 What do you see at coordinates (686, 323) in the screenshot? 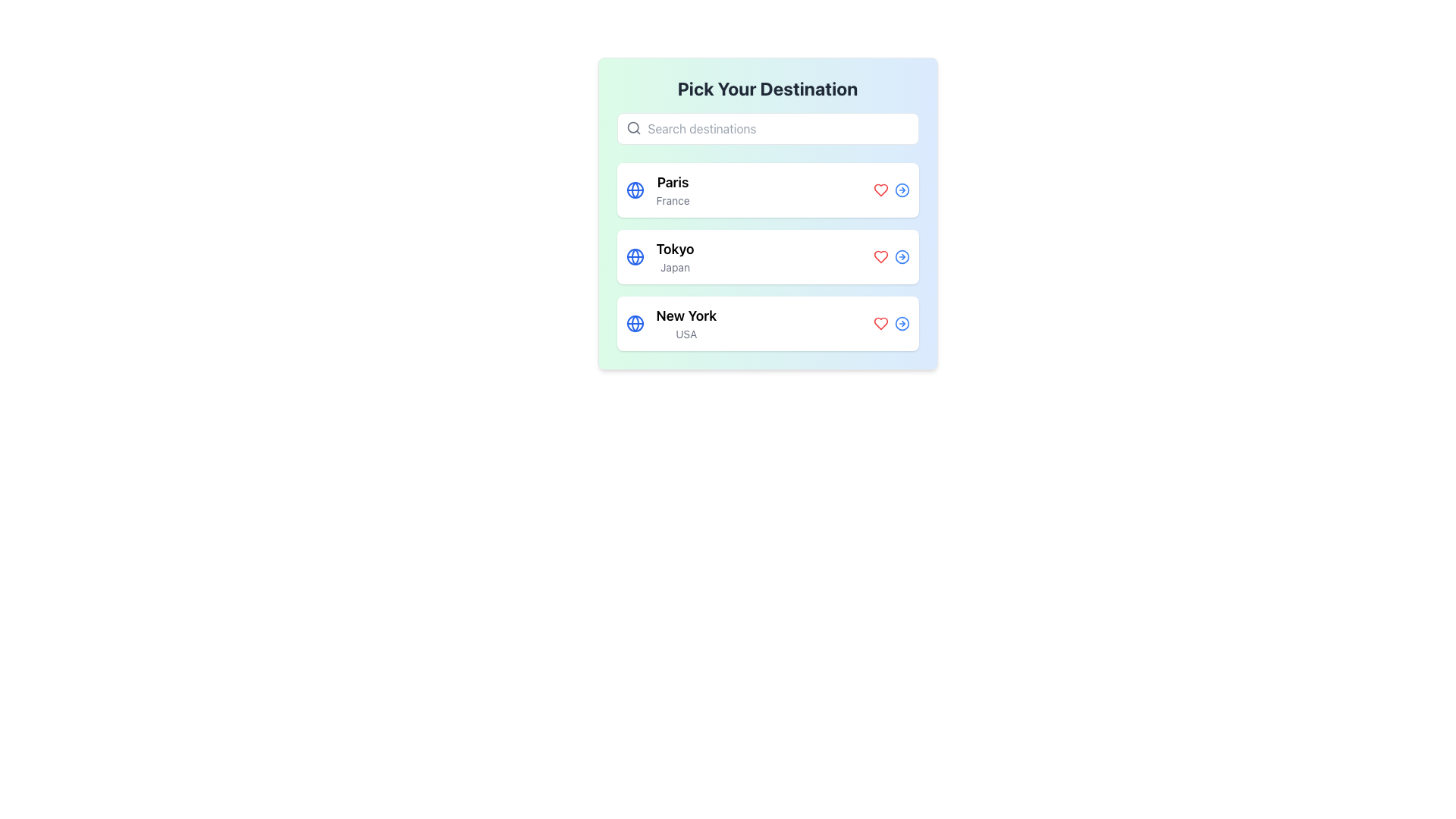
I see `the text label displaying 'New York', which is positioned in the third row of the 'Pick Your Destination' list, aligned to the right of a globe icon` at bounding box center [686, 323].